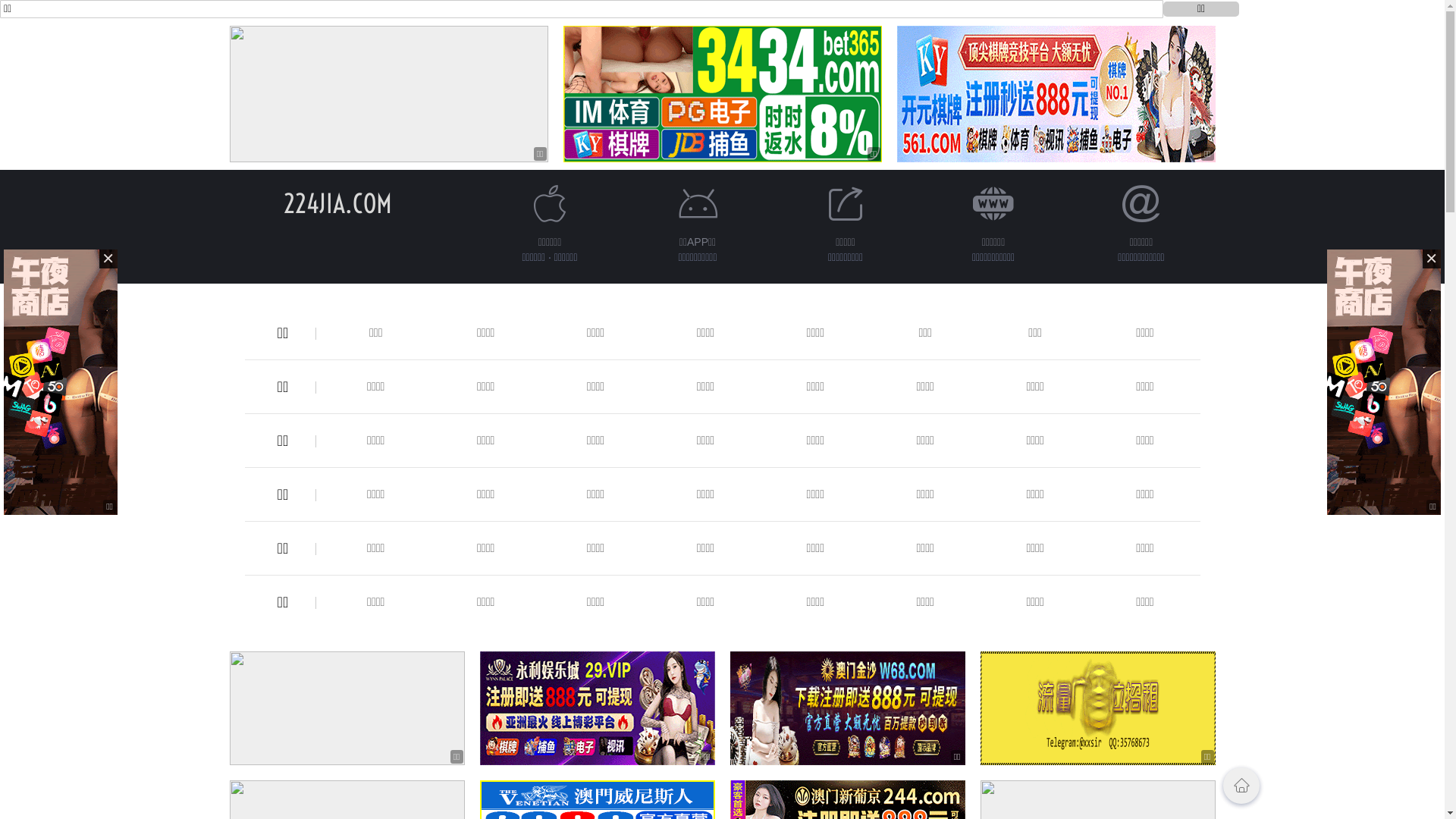 This screenshot has height=819, width=1456. What do you see at coordinates (337, 202) in the screenshot?
I see `'224JIA.COM'` at bounding box center [337, 202].